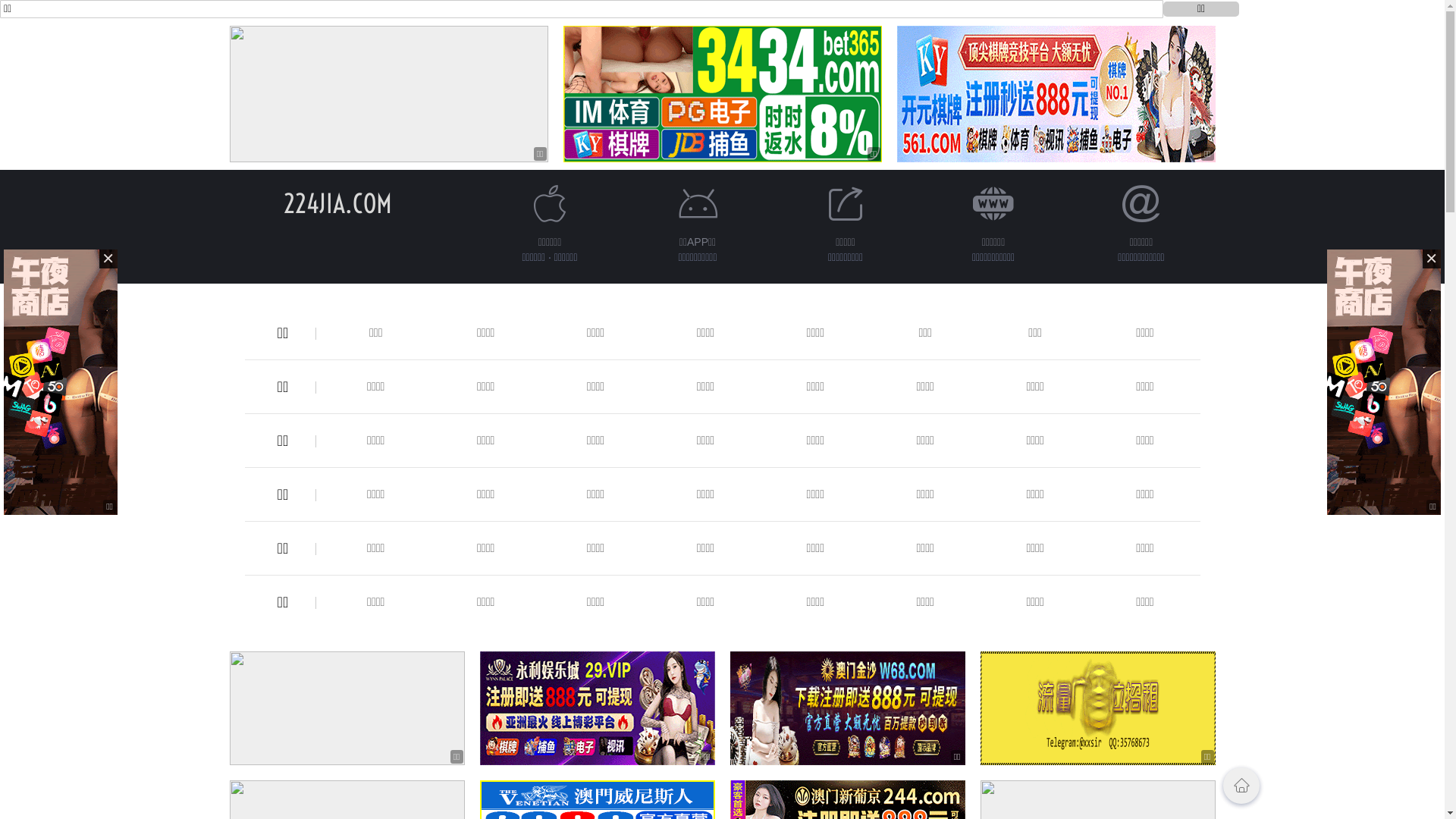 This screenshot has height=819, width=1456. What do you see at coordinates (337, 202) in the screenshot?
I see `'224JIA.COM'` at bounding box center [337, 202].